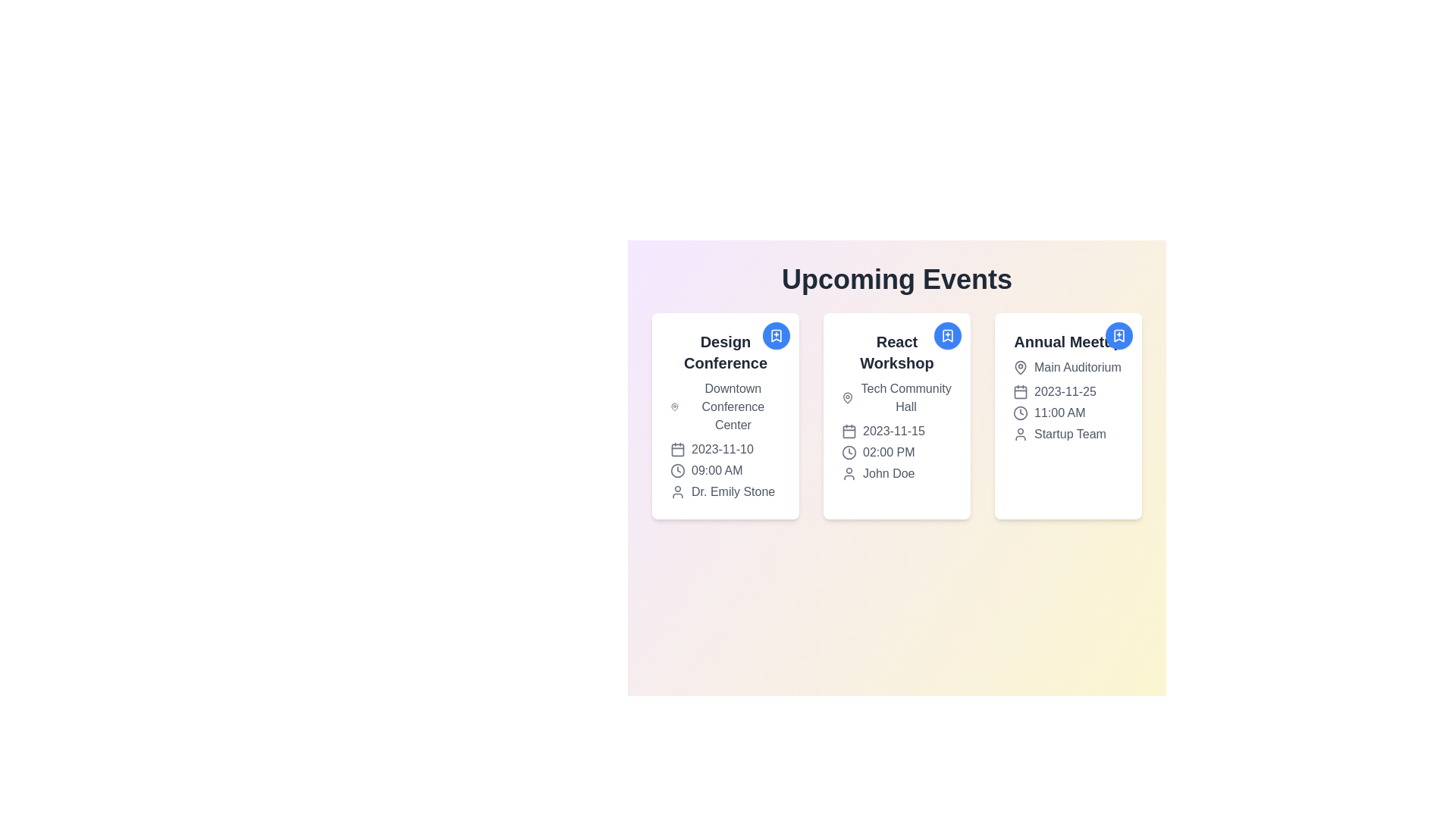 Image resolution: width=1456 pixels, height=819 pixels. Describe the element at coordinates (776, 335) in the screenshot. I see `the circular blue button with a white bookmark icon located at the top-right corner of the 'Design Conference' card` at that location.